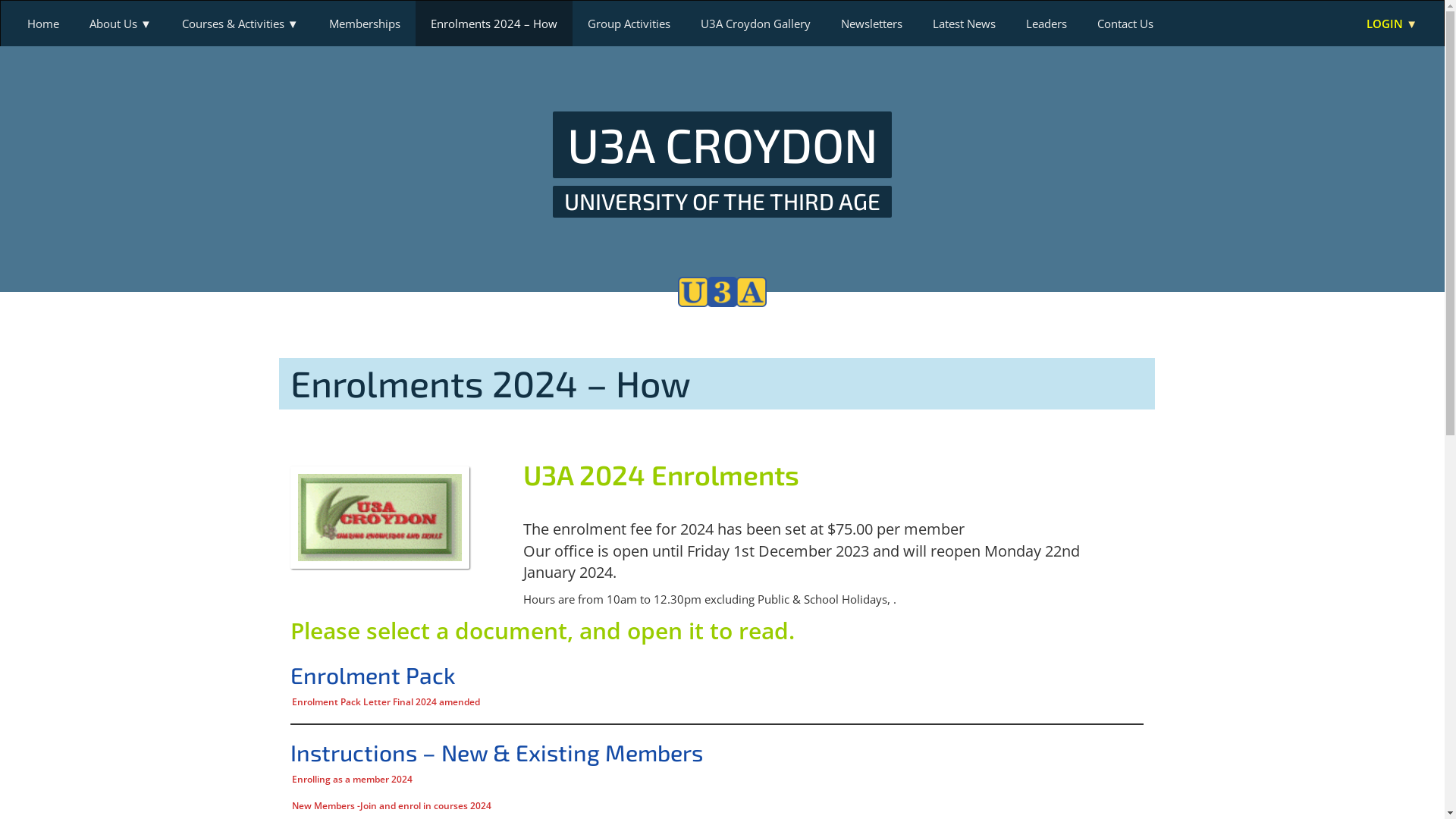 The height and width of the screenshot is (819, 1456). Describe the element at coordinates (825, 23) in the screenshot. I see `'Newsletters'` at that location.